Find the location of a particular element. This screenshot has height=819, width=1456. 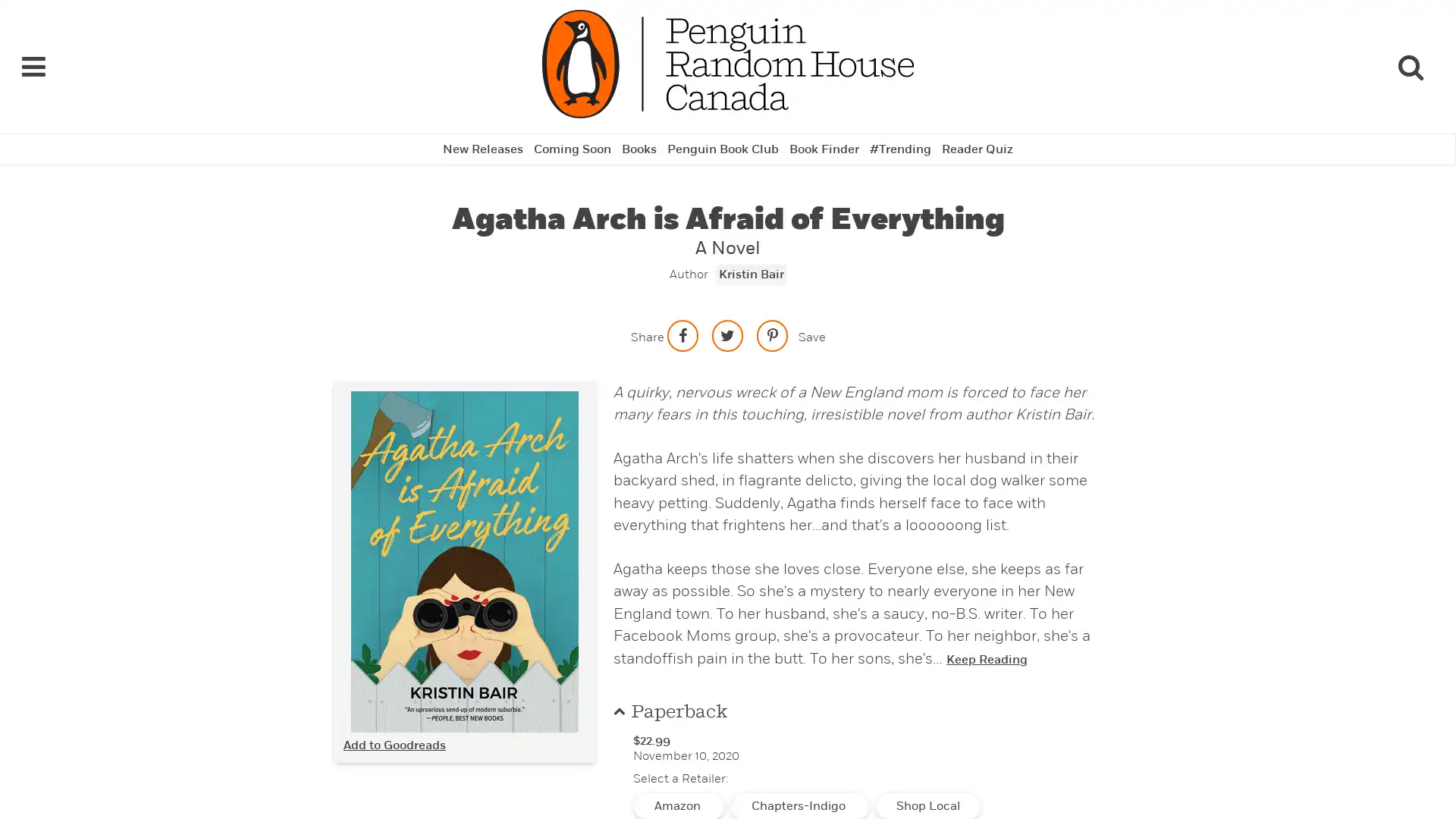

Chapters-Indigo is located at coordinates (799, 755).